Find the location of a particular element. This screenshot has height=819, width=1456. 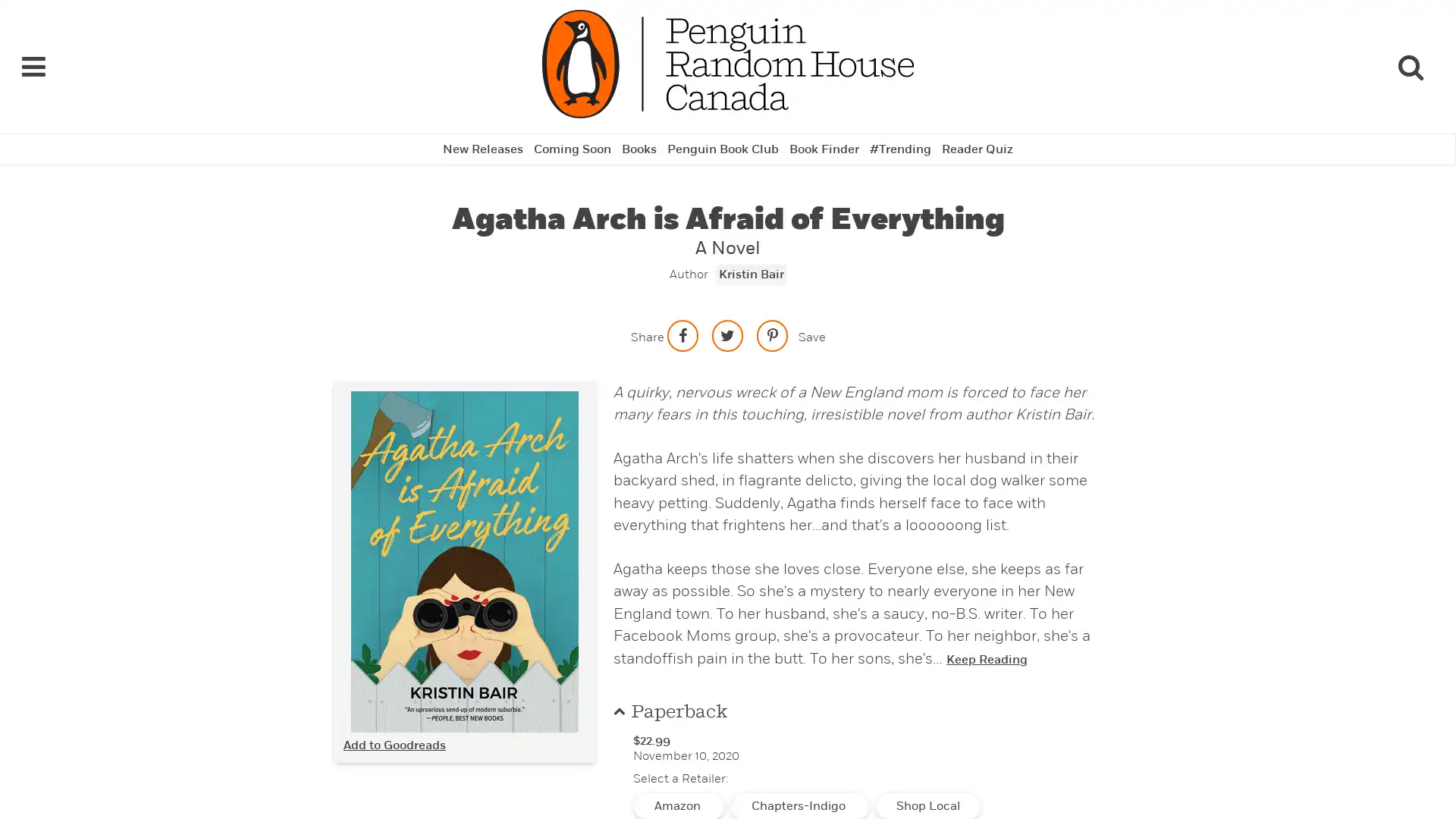

Chapters-Indigo is located at coordinates (799, 755).